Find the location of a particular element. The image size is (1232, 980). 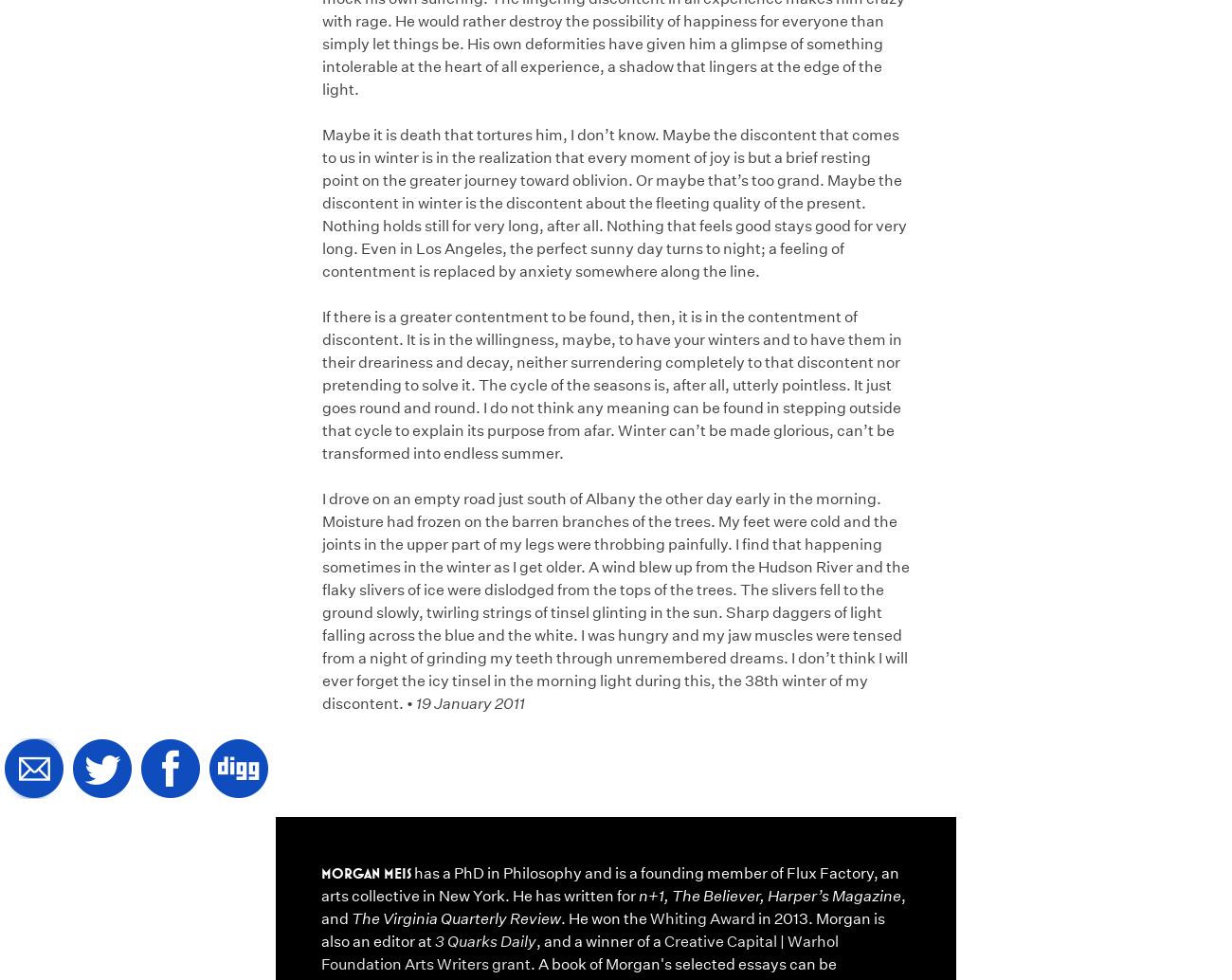

'3 Quarks Daily' is located at coordinates (434, 939).